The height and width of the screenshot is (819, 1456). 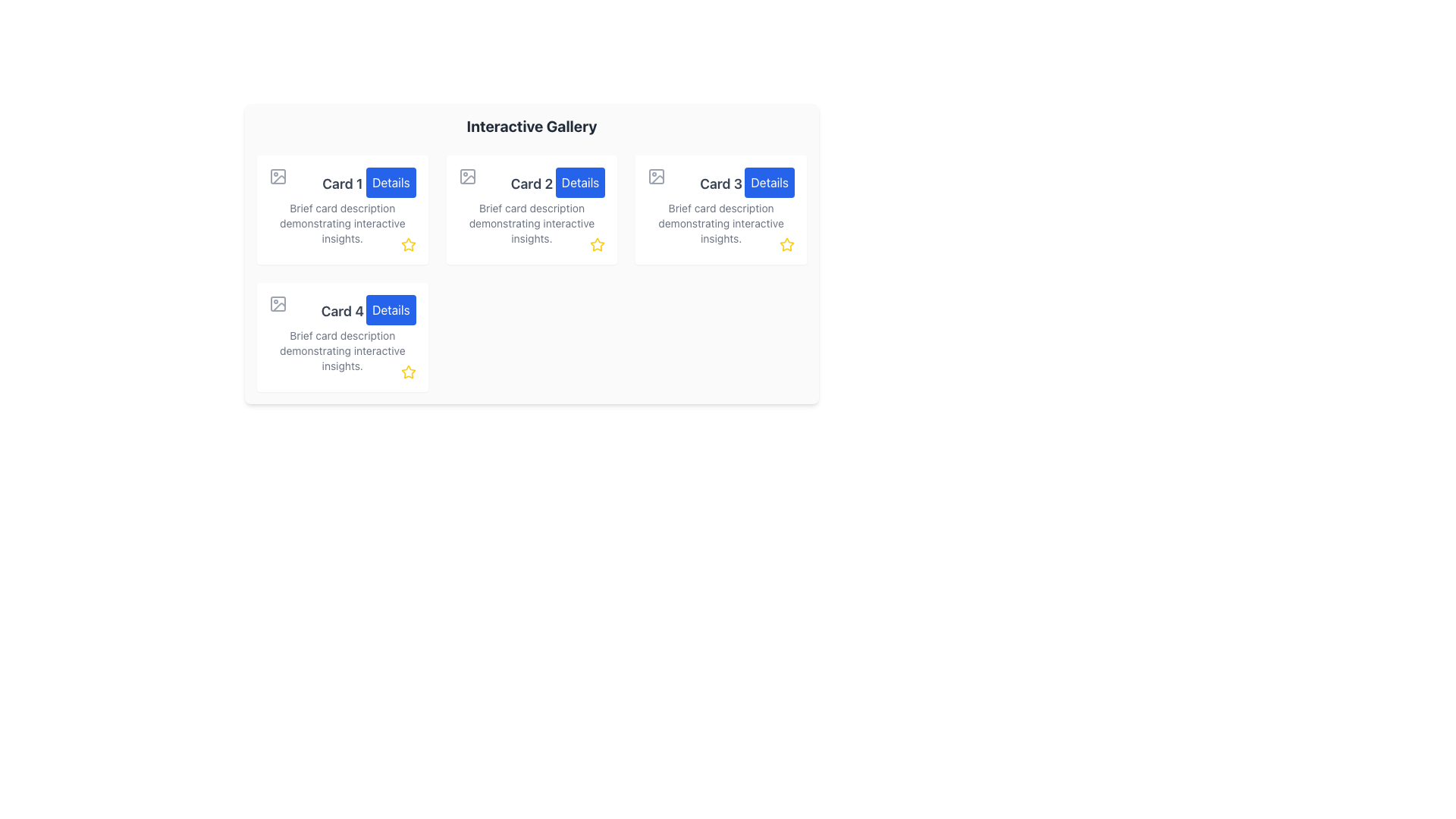 I want to click on the text label displaying 'Card 4', which is located in the upper section of the leftmost card in the second row of sibling cards, so click(x=341, y=311).